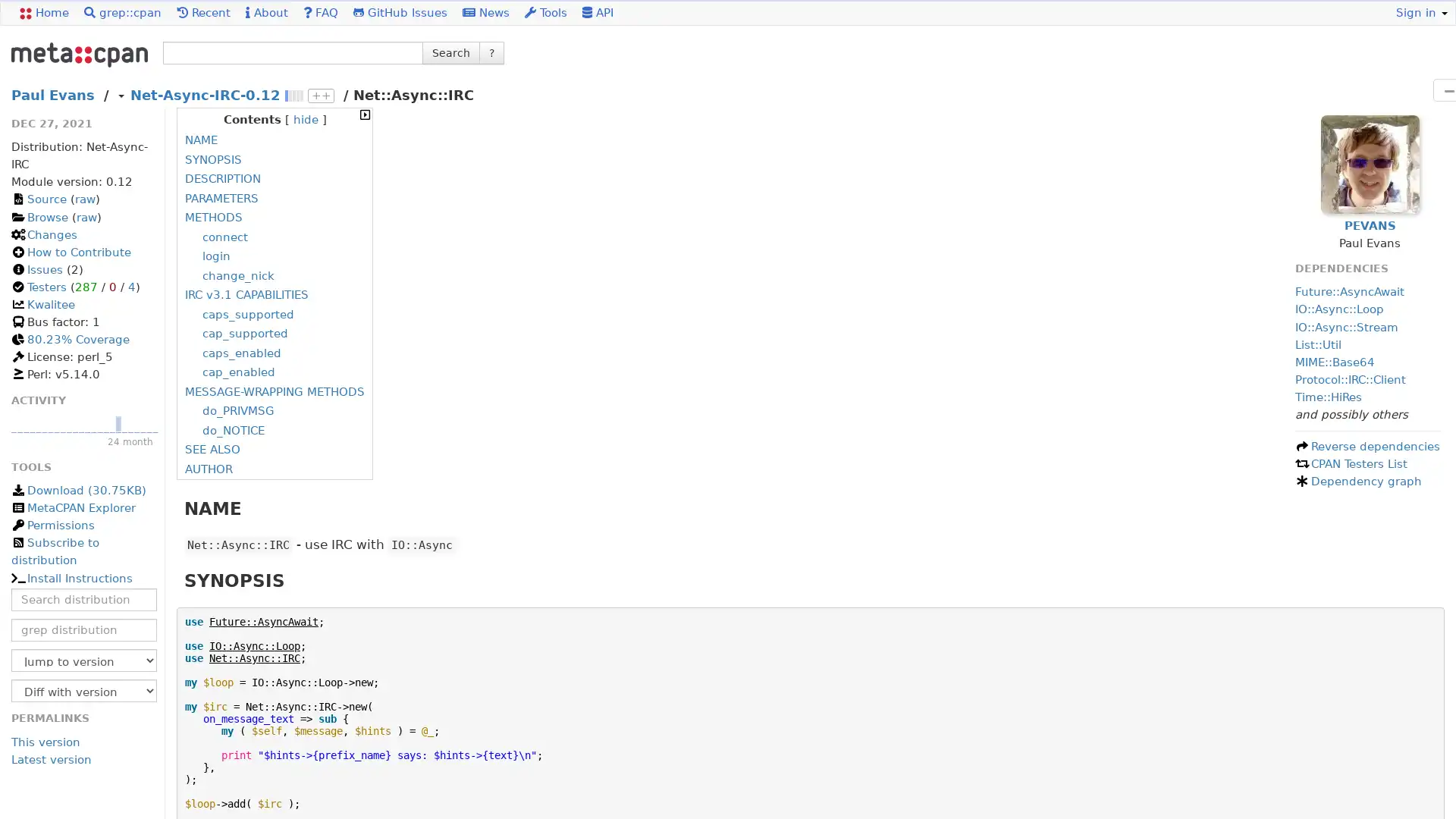  Describe the element at coordinates (71, 579) in the screenshot. I see `Install Instructions` at that location.